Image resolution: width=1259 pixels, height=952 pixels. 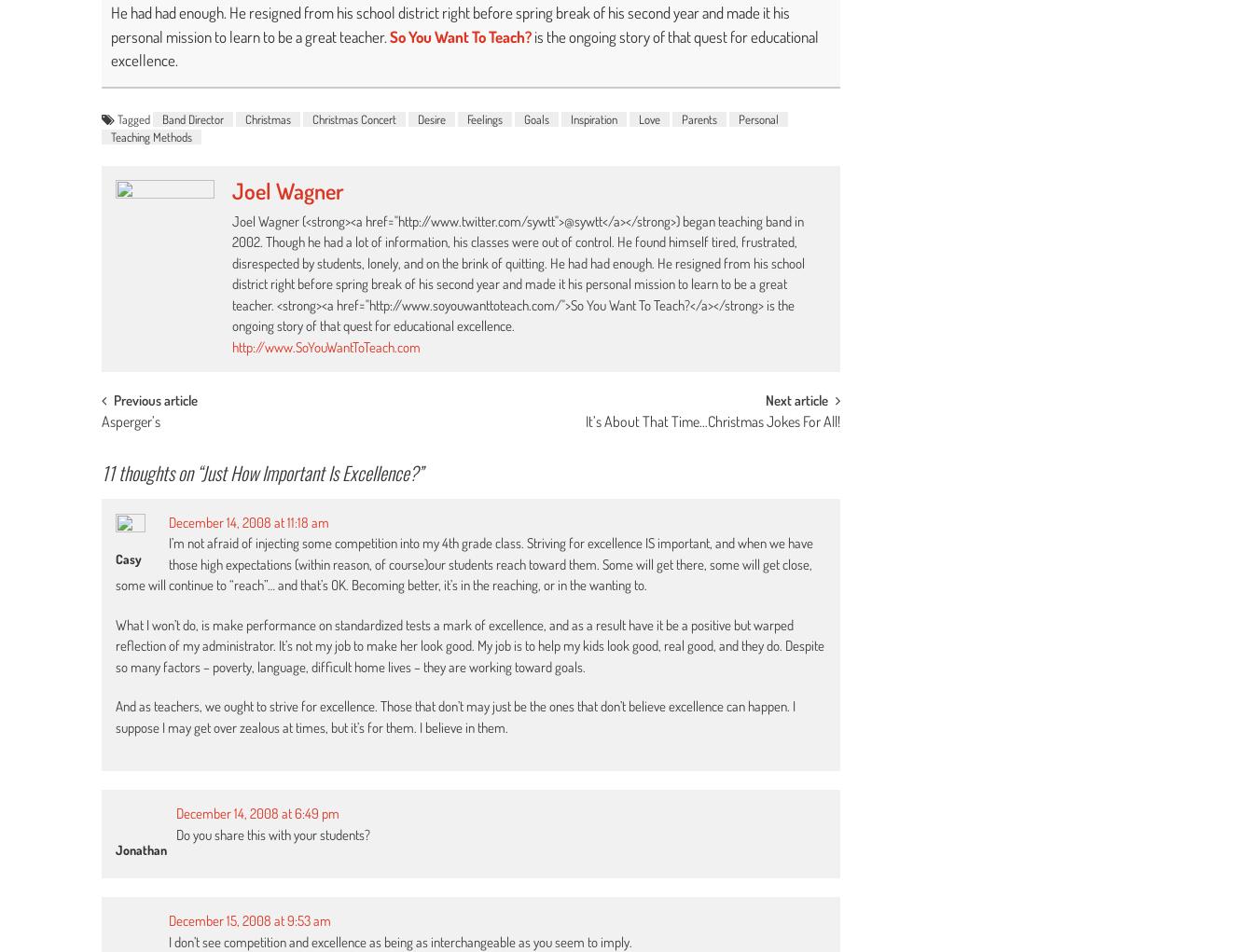 What do you see at coordinates (151, 471) in the screenshot?
I see `'11 thoughts on “'` at bounding box center [151, 471].